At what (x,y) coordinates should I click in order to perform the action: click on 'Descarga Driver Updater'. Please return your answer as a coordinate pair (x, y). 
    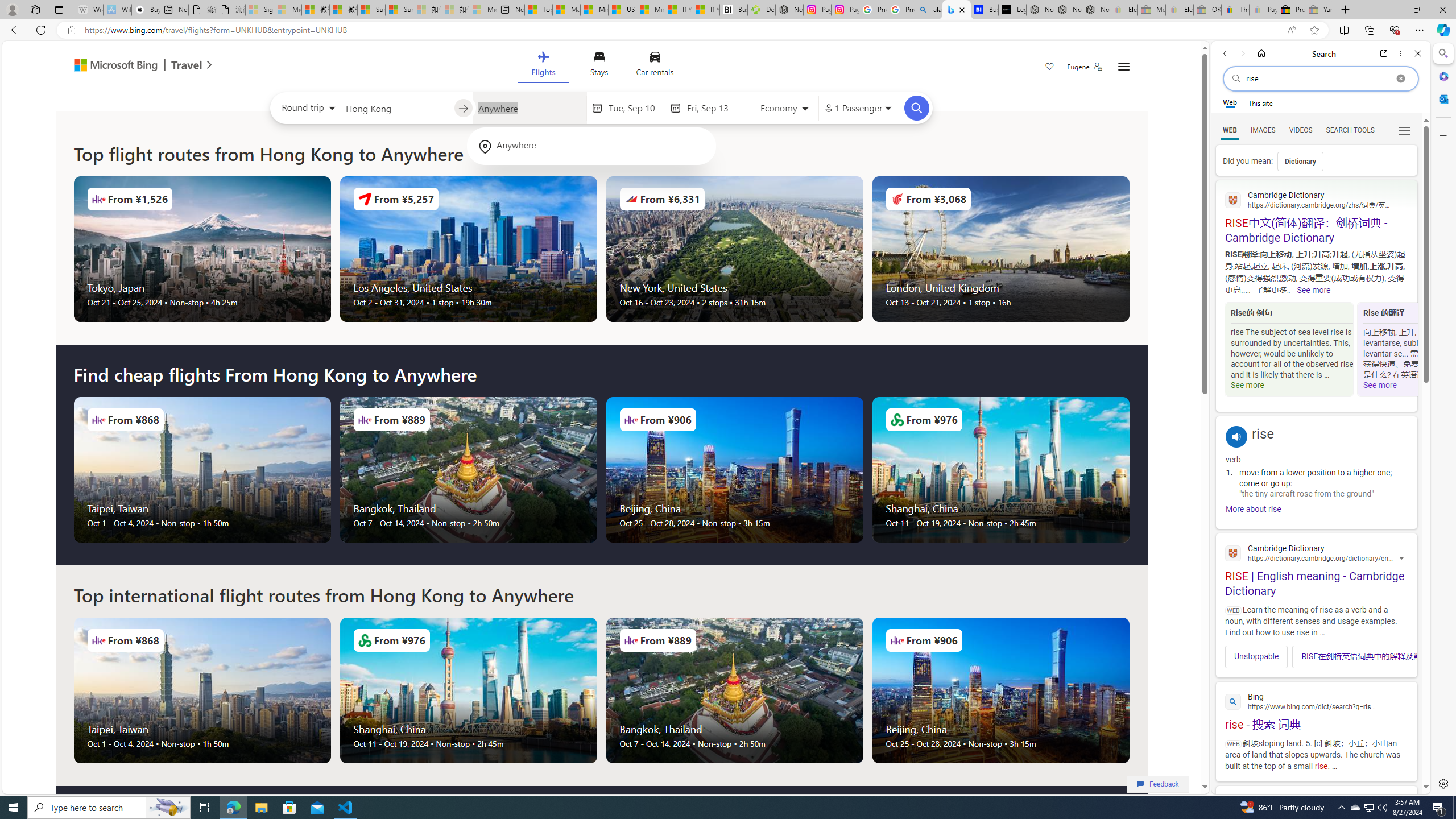
    Looking at the image, I should click on (760, 9).